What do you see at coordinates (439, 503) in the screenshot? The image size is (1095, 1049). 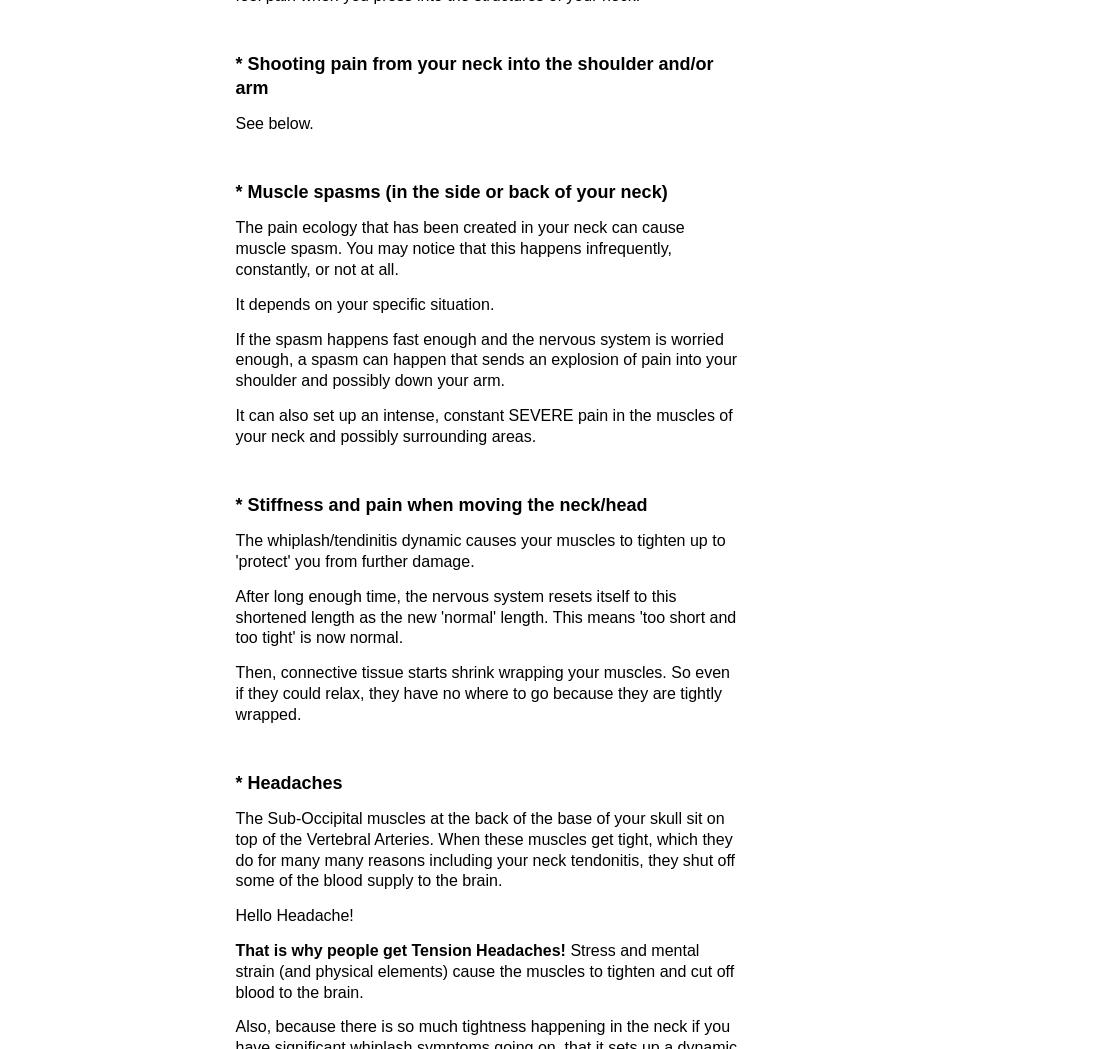 I see `'* Stiffness and pain when moving the neck/head'` at bounding box center [439, 503].